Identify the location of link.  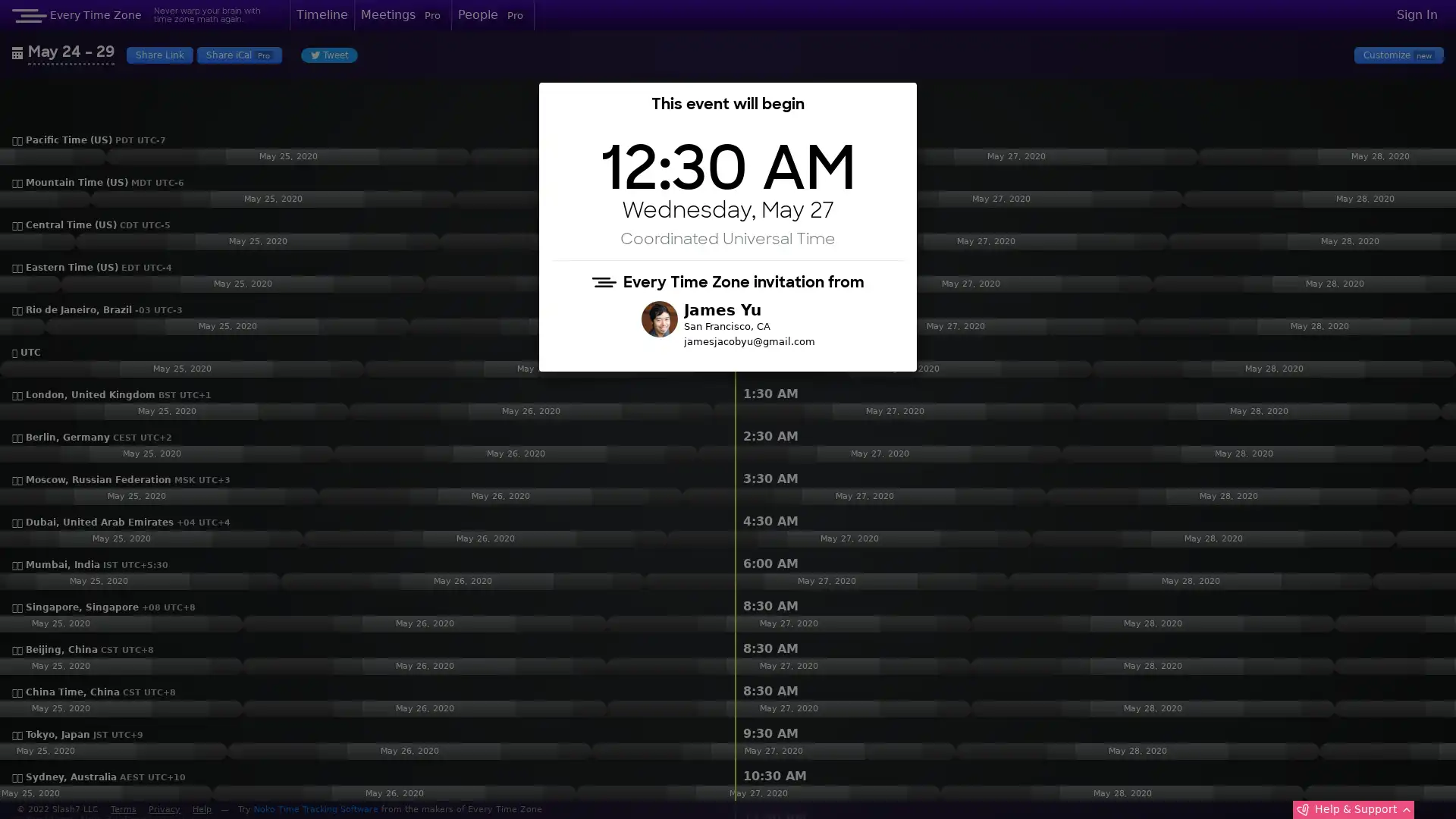
(786, 102).